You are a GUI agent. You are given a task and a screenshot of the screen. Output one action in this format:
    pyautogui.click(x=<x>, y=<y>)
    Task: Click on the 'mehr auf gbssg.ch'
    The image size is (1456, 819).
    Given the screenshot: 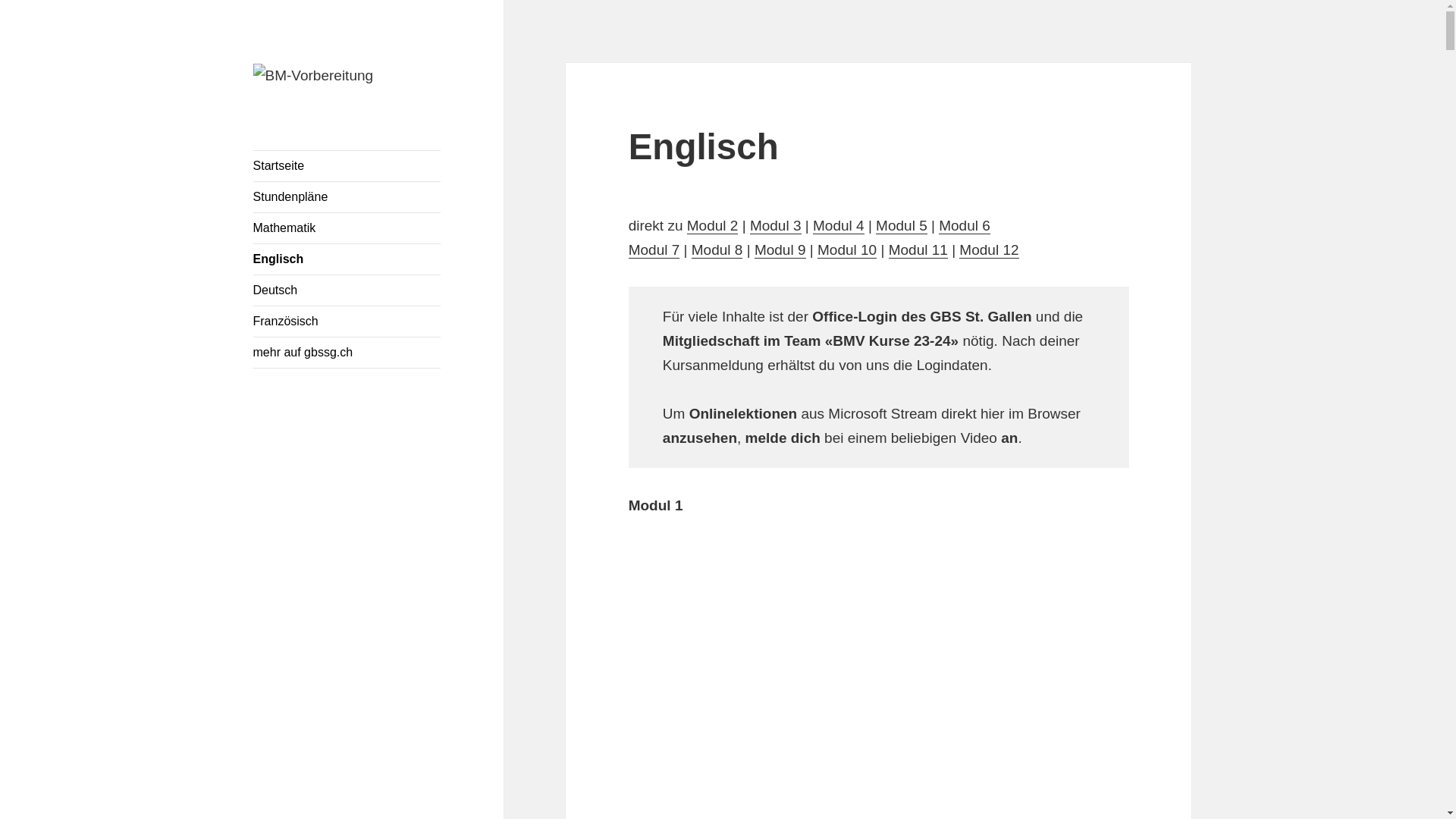 What is the action you would take?
    pyautogui.click(x=346, y=353)
    